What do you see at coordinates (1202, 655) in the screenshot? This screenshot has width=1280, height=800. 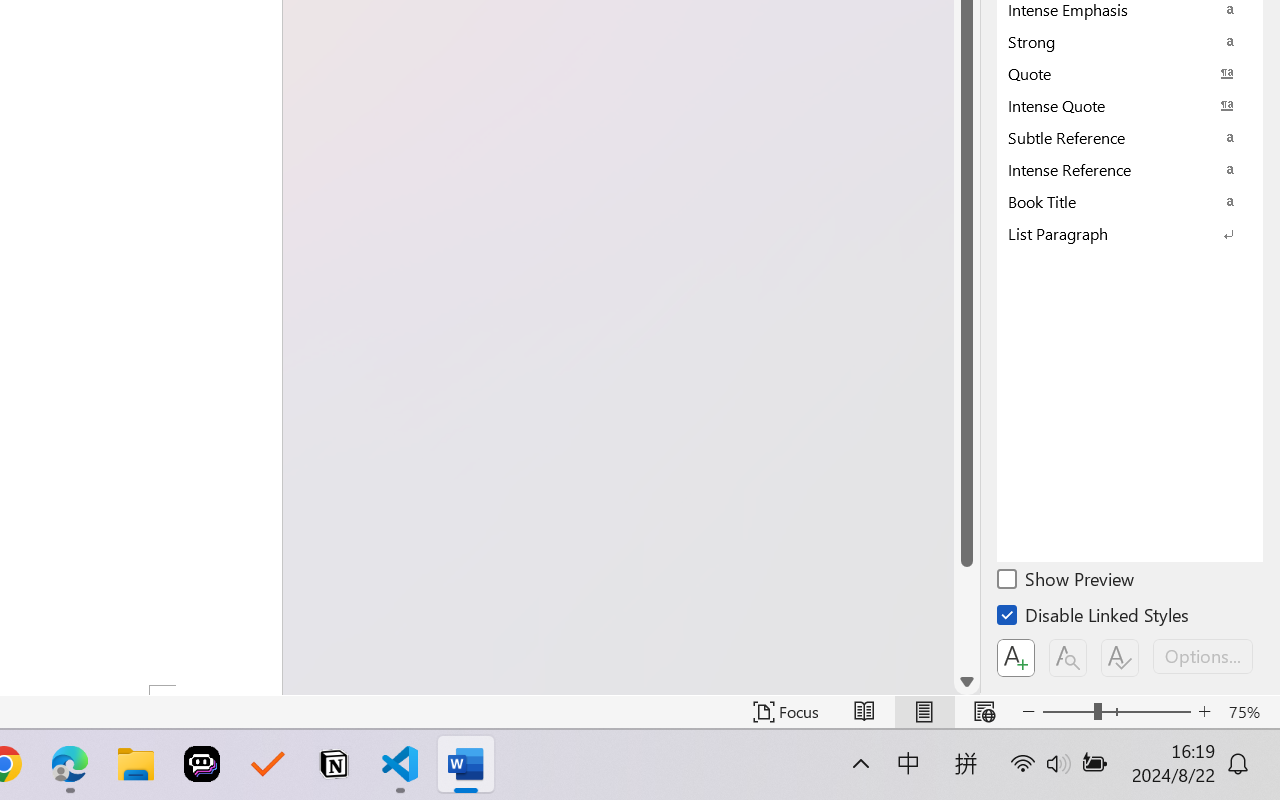 I see `'Options...'` at bounding box center [1202, 655].